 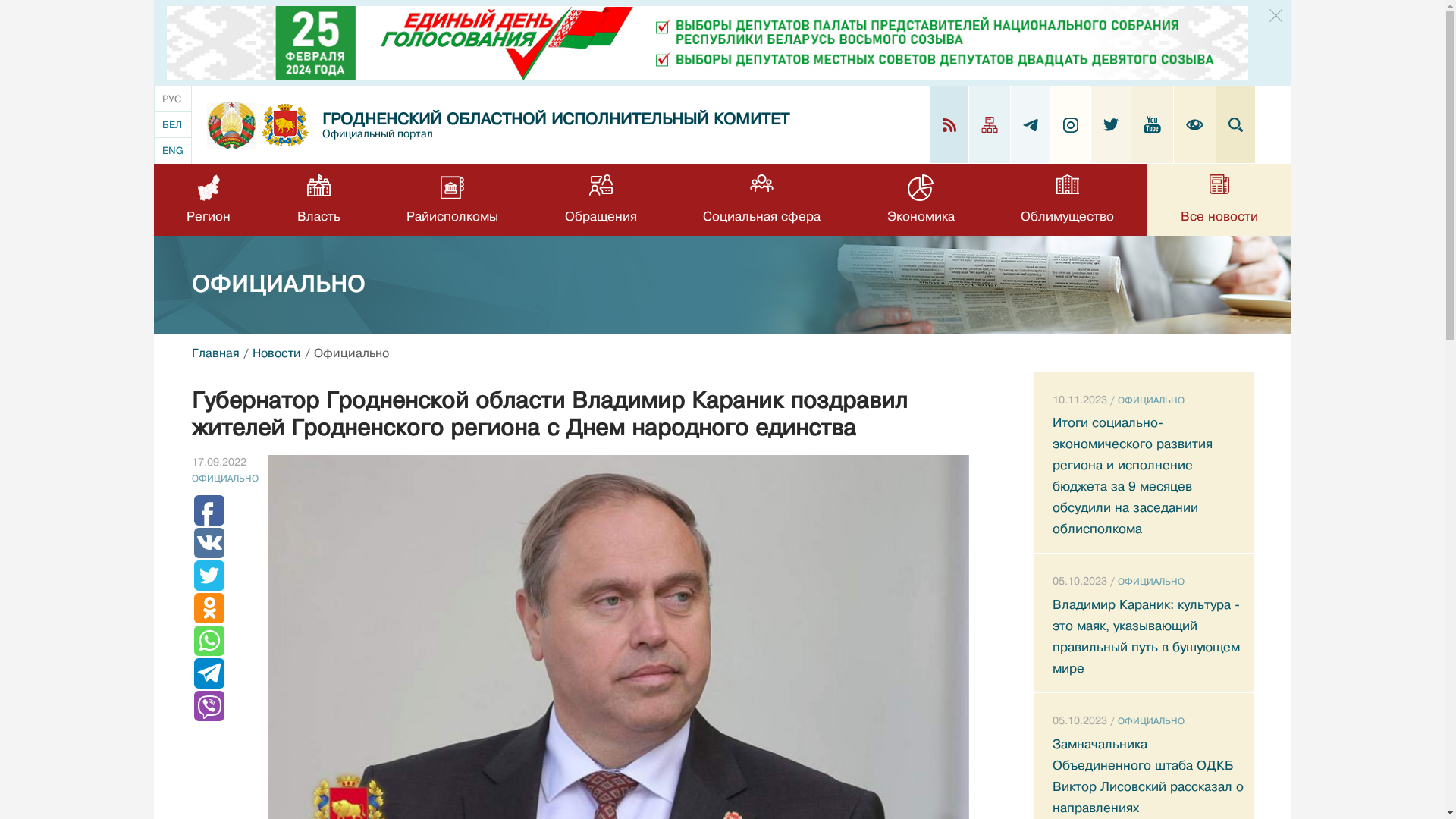 I want to click on 'Youtube', so click(x=1143, y=124).